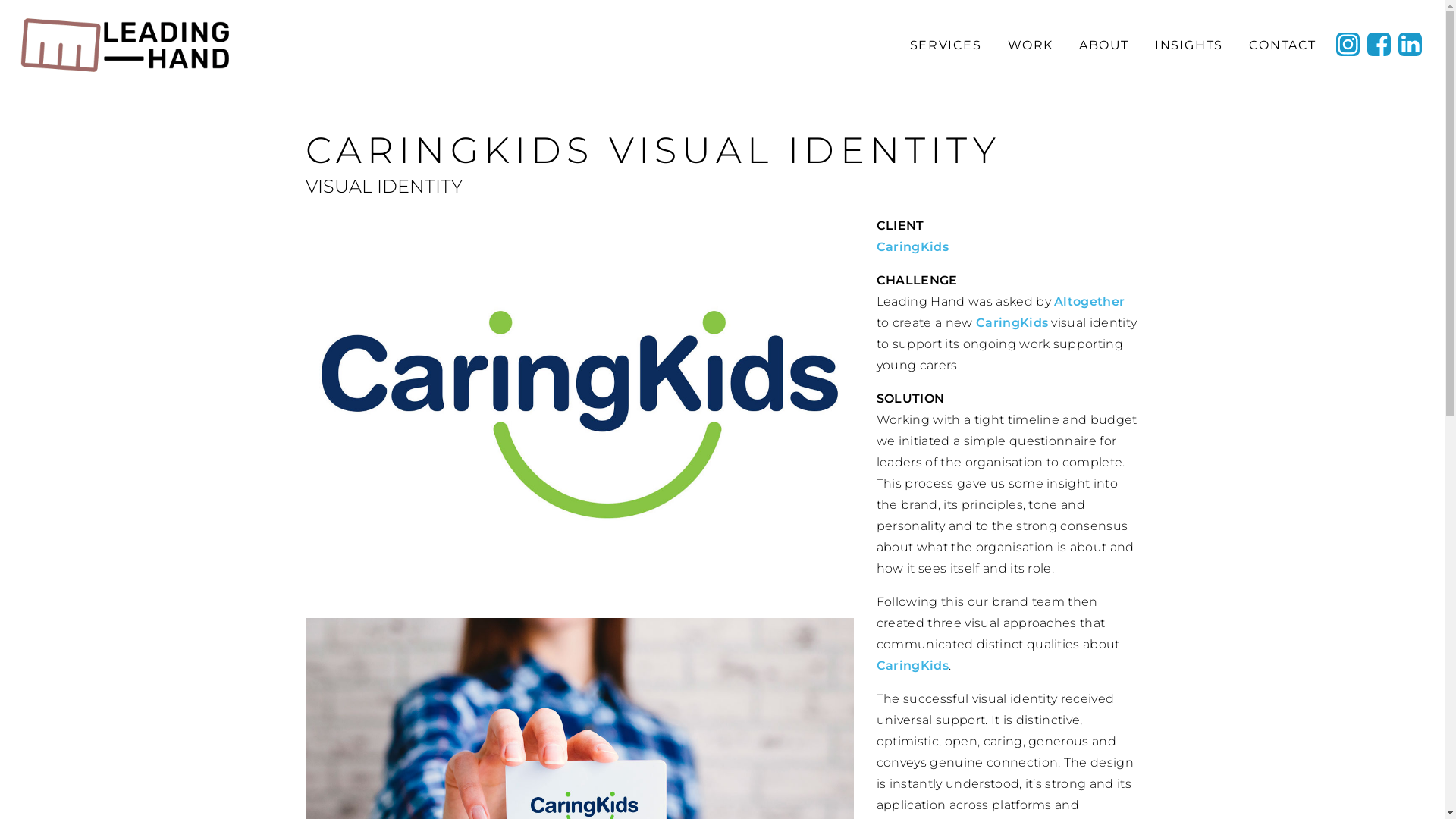 The image size is (1456, 819). I want to click on 'CONTACT', so click(1281, 44).